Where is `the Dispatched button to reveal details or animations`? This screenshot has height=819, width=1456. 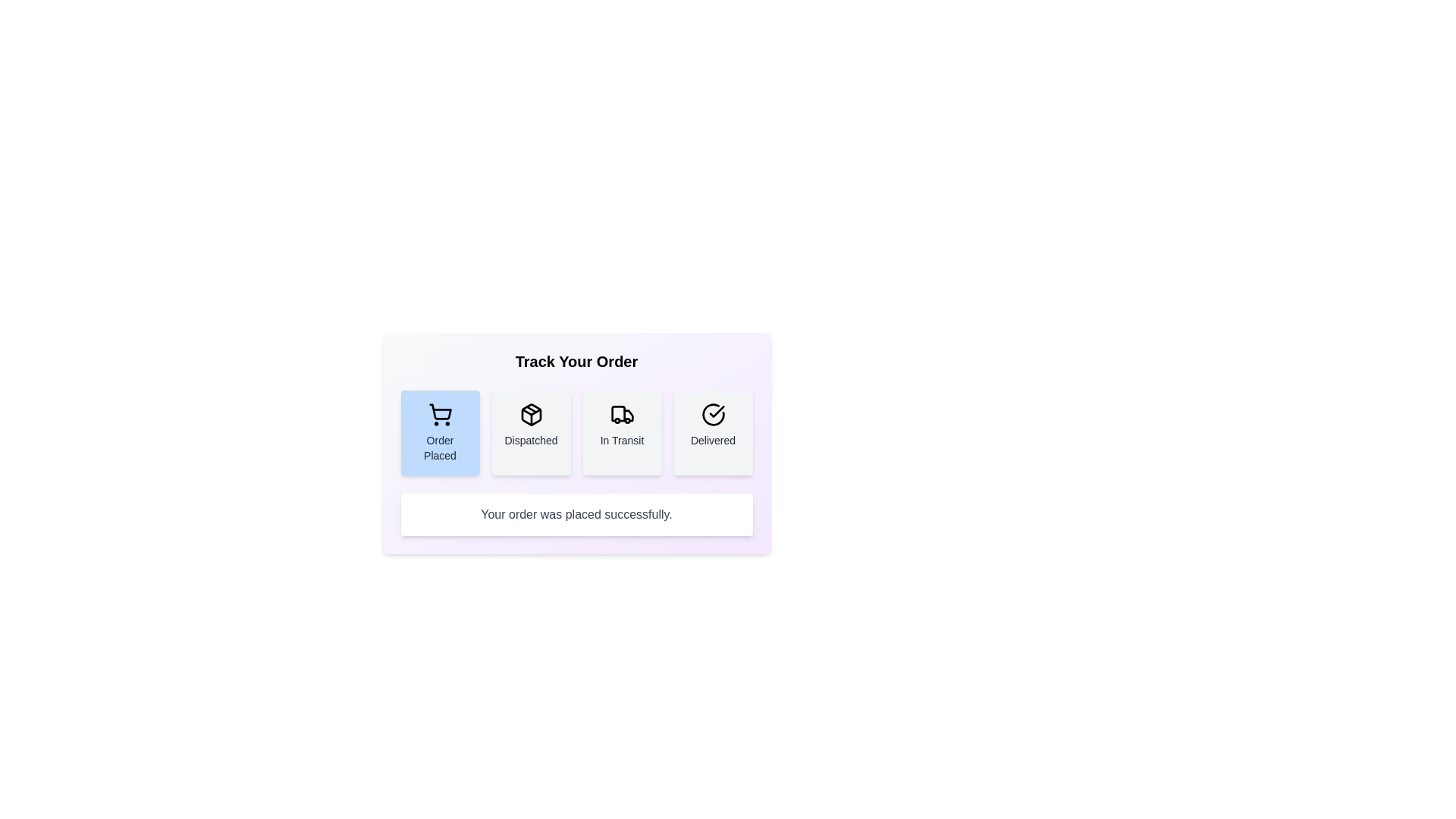
the Dispatched button to reveal details or animations is located at coordinates (531, 432).